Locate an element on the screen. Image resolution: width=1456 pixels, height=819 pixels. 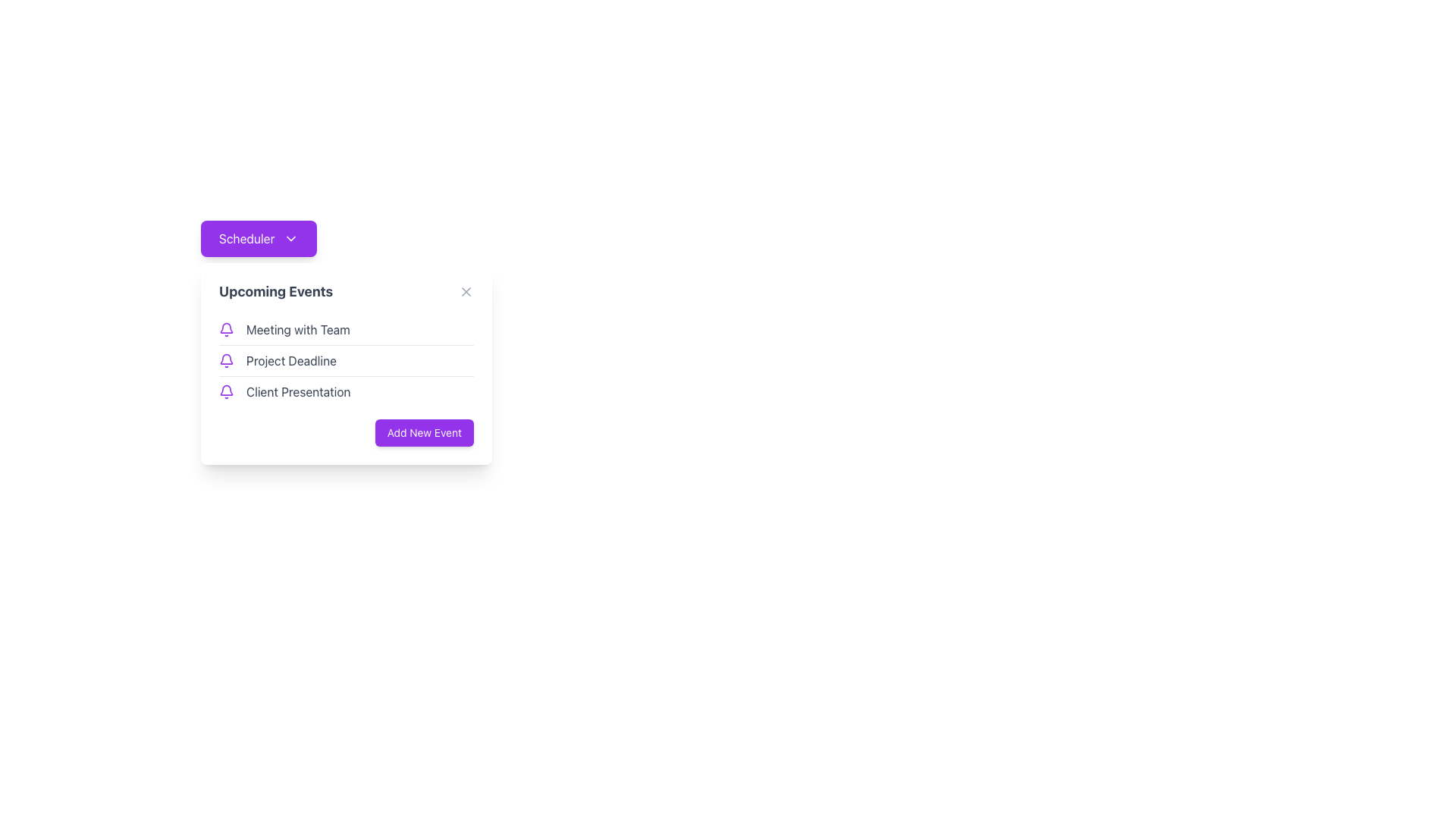
the purple 'Scheduler' button with white text and a downward-pointing arrow icon is located at coordinates (259, 239).